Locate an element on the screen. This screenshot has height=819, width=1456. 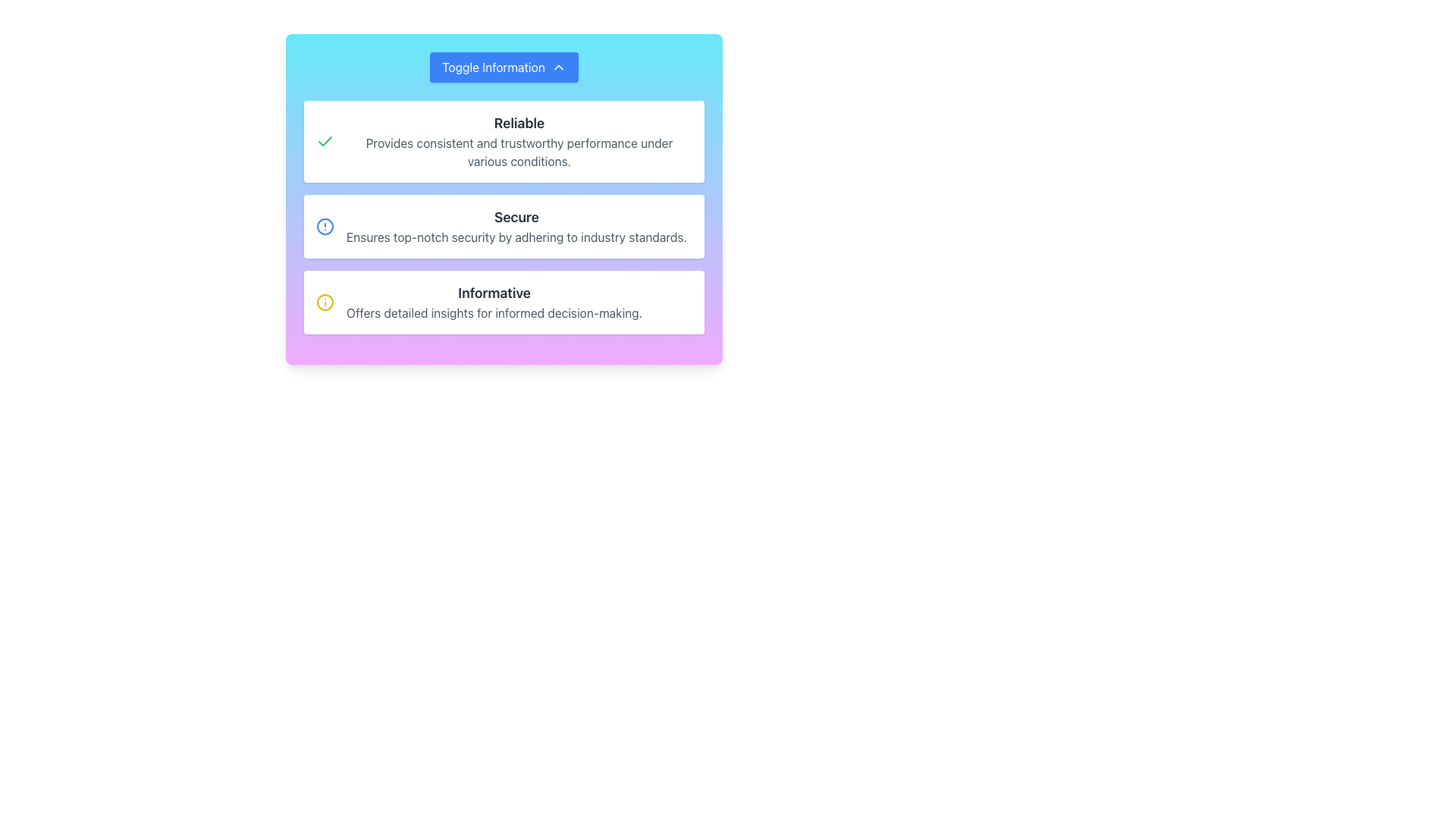
the interactive icons or buttons within the Informational card or panel that is centrally located and provides details on 'Reliable,' 'Secure,' and 'Informative.' is located at coordinates (504, 198).